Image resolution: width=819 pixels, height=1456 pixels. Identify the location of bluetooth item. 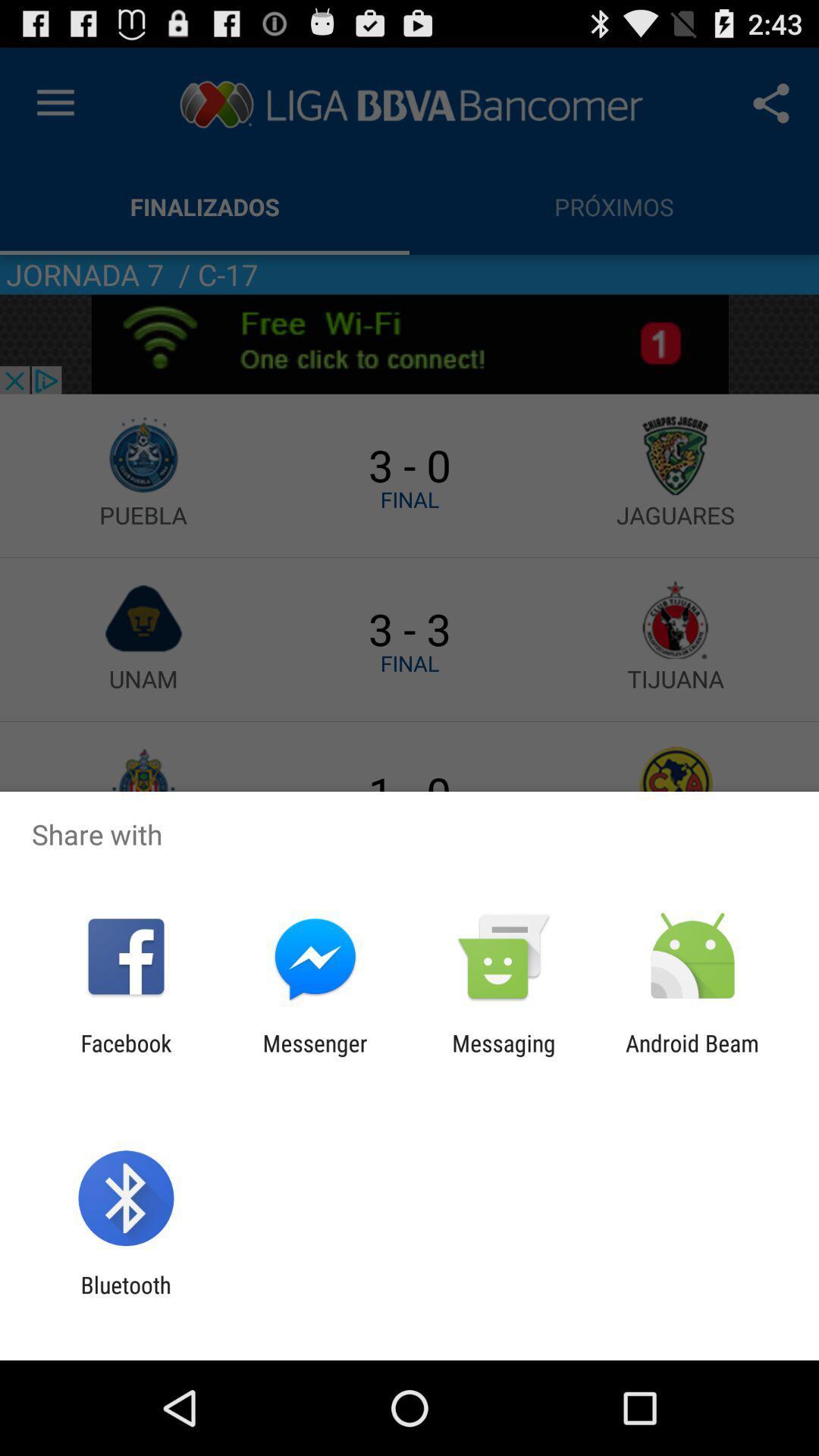
(125, 1298).